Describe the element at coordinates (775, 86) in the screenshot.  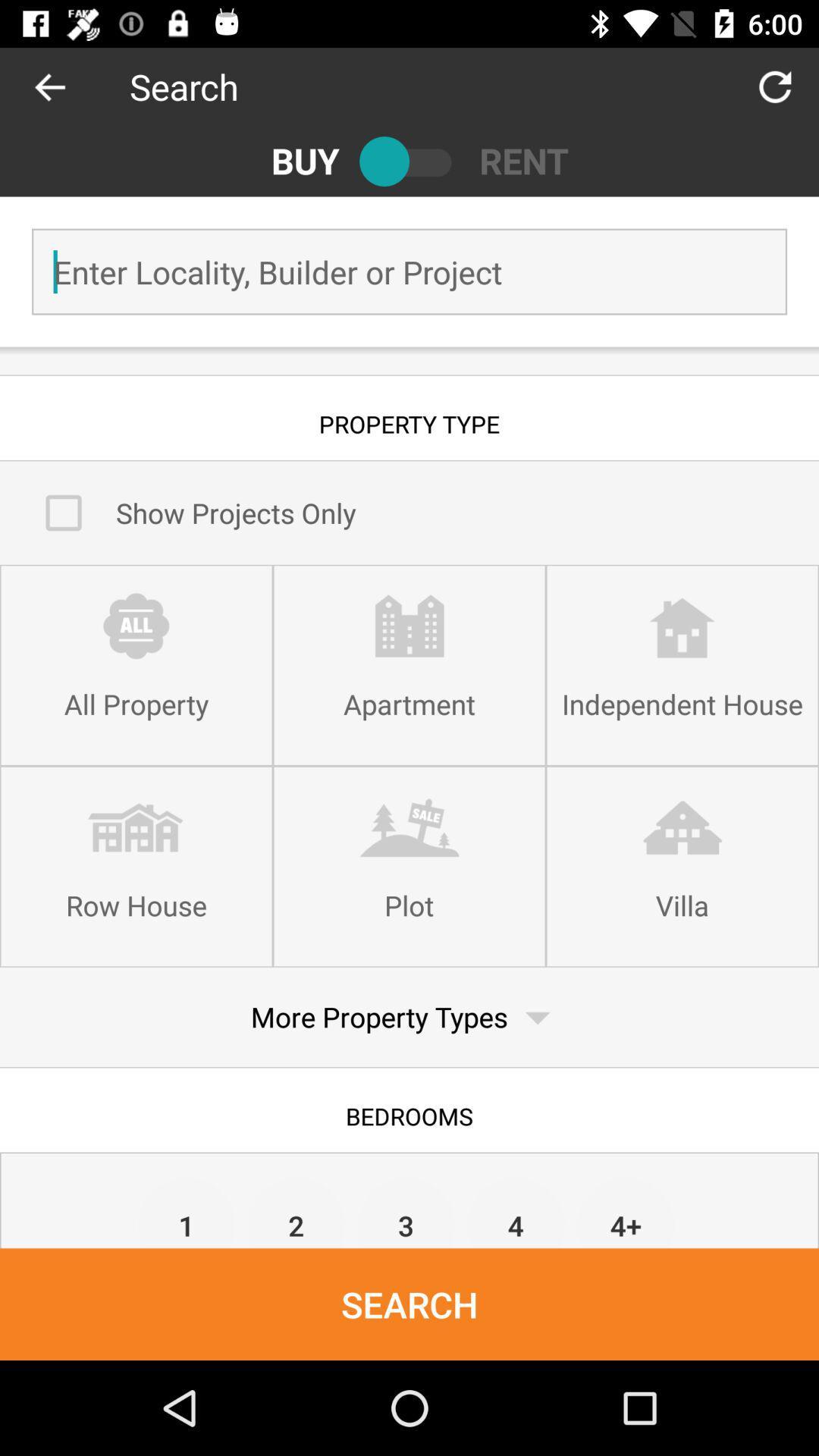
I see `refresh option` at that location.